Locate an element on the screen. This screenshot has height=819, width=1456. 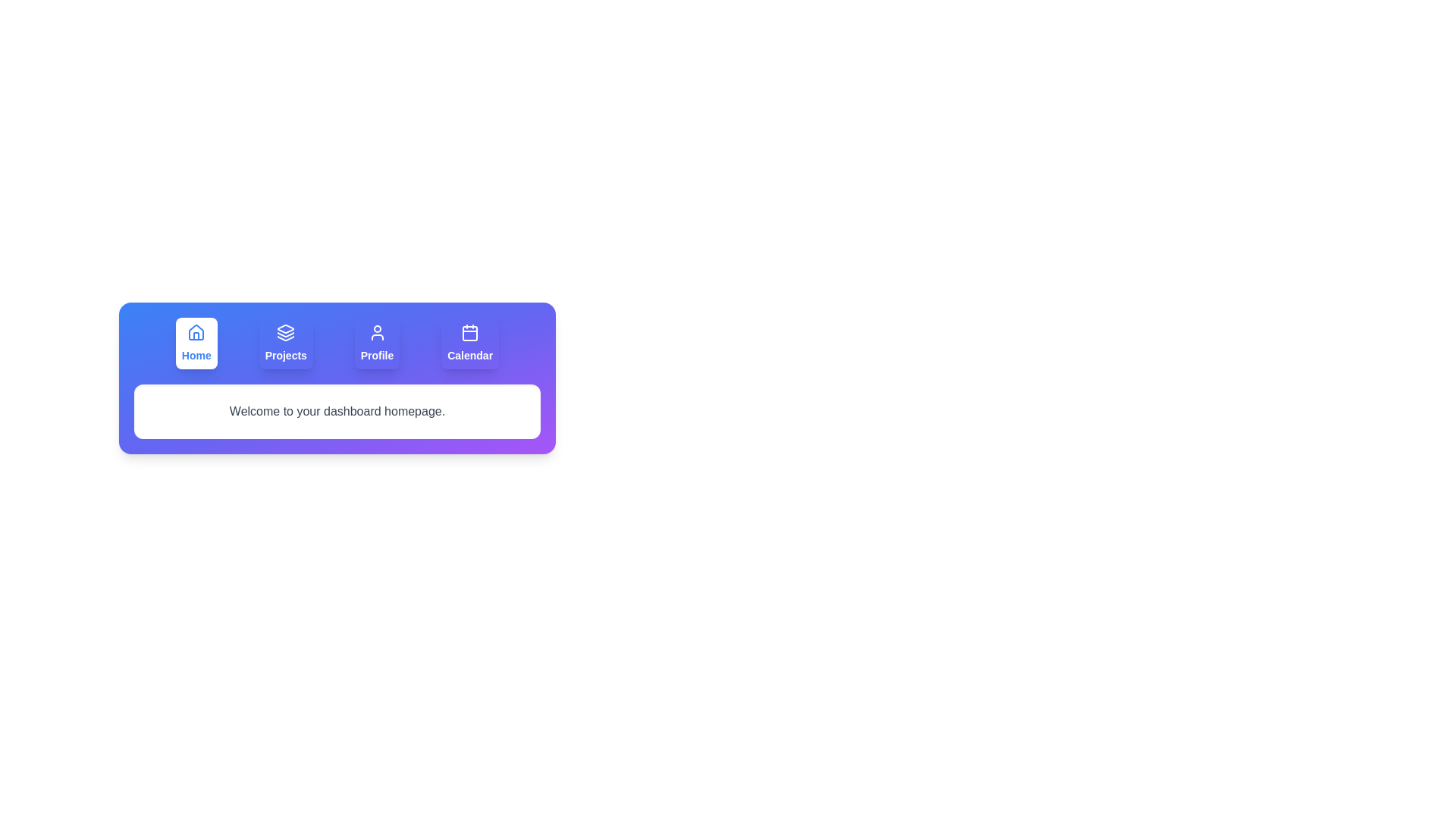
the Projects tab by clicking on its corresponding button is located at coordinates (286, 343).